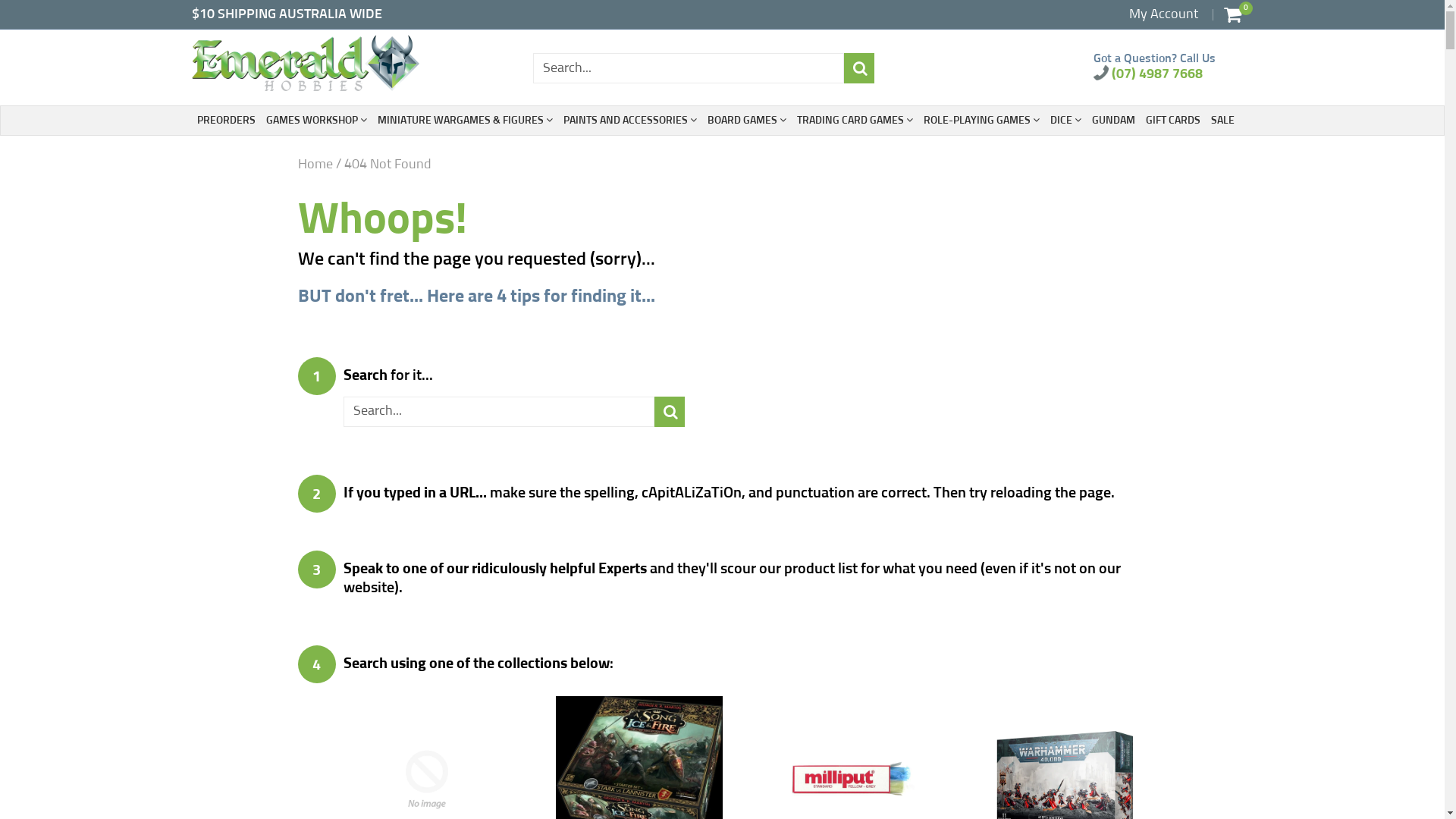  What do you see at coordinates (1064, 119) in the screenshot?
I see `'DICE'` at bounding box center [1064, 119].